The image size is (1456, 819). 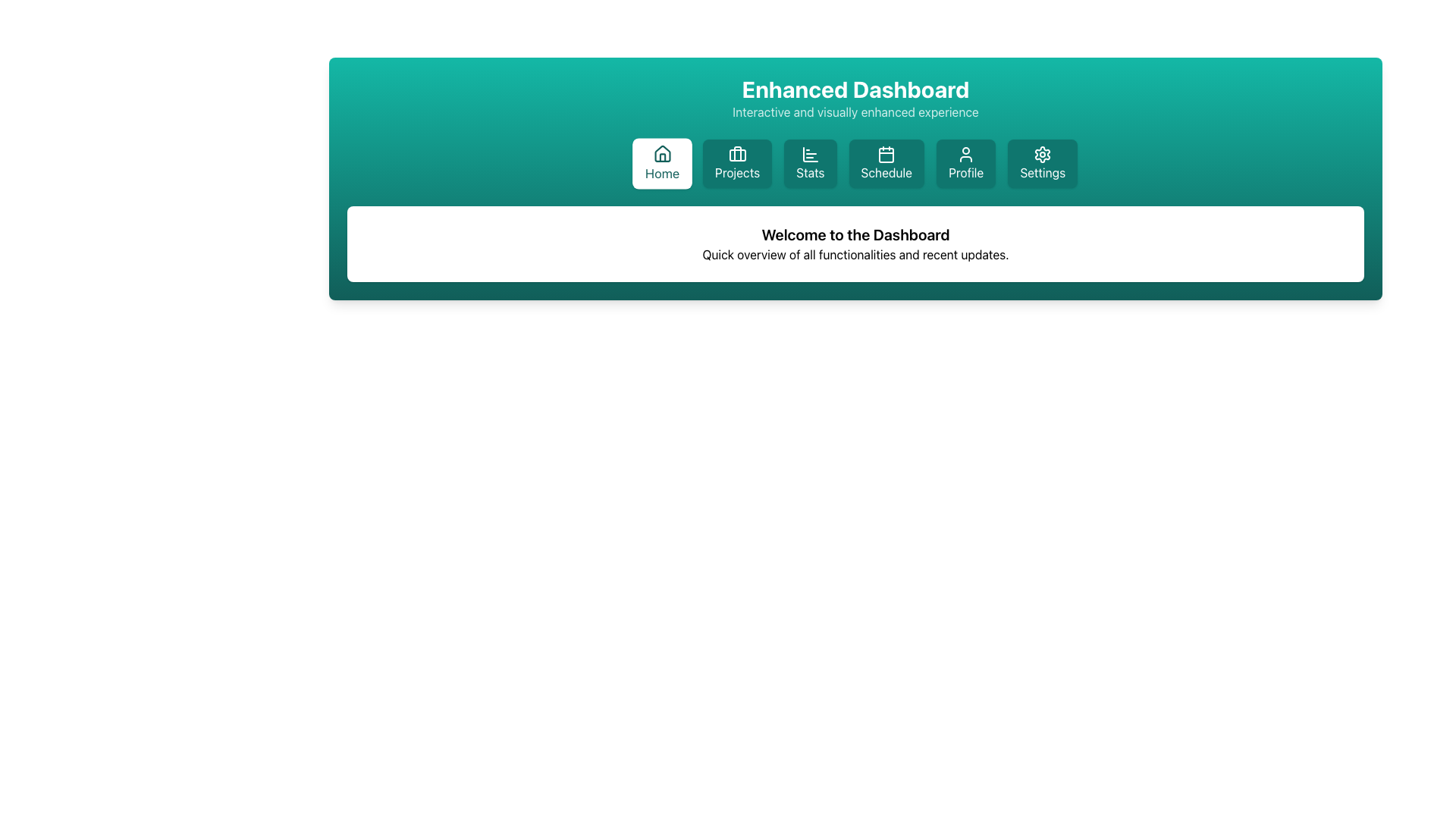 What do you see at coordinates (965, 171) in the screenshot?
I see `text label indicating the 'Profile' navigation button, which is positioned between the 'Schedule' and 'Settings' buttons` at bounding box center [965, 171].